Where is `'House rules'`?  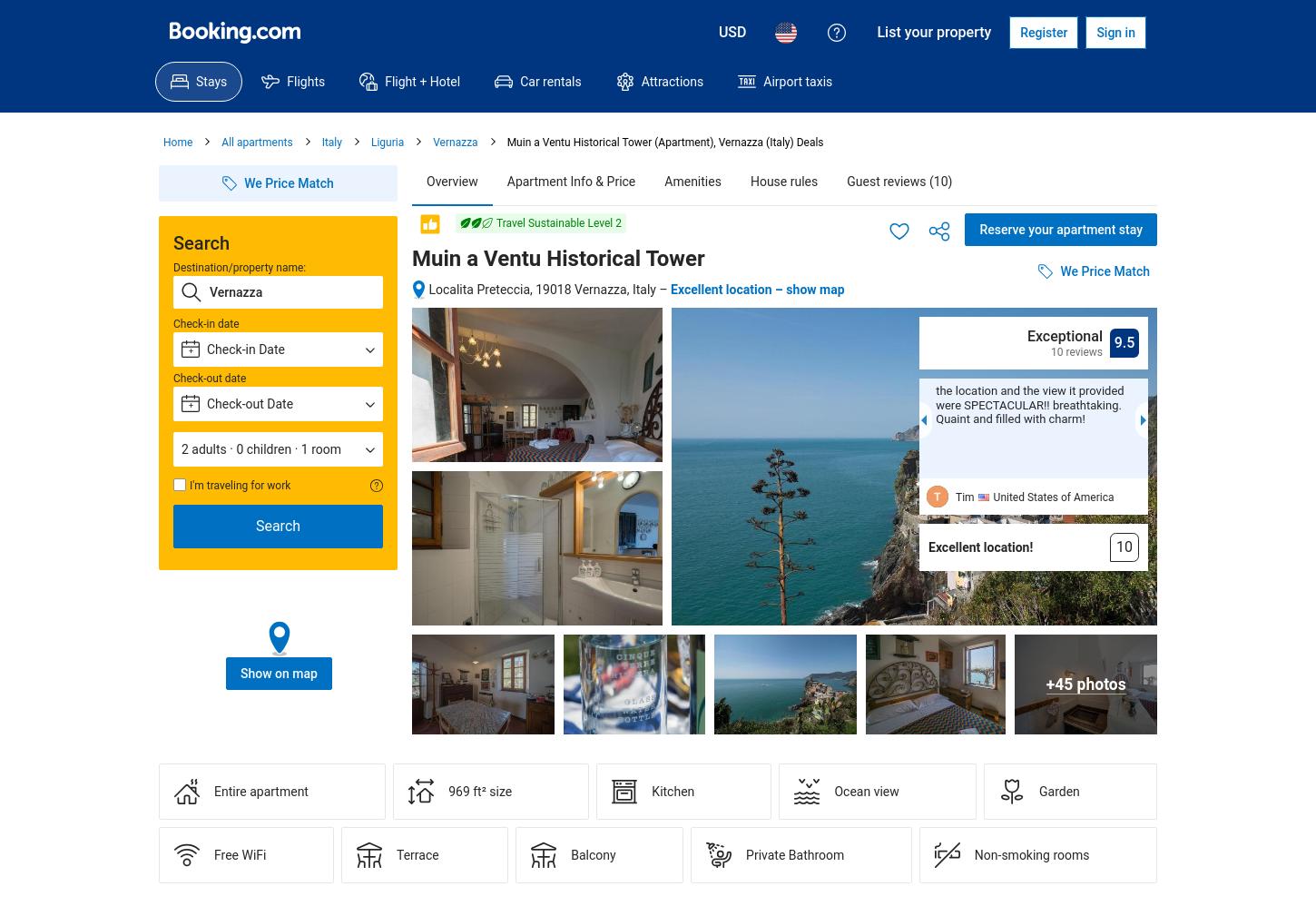
'House rules' is located at coordinates (782, 180).